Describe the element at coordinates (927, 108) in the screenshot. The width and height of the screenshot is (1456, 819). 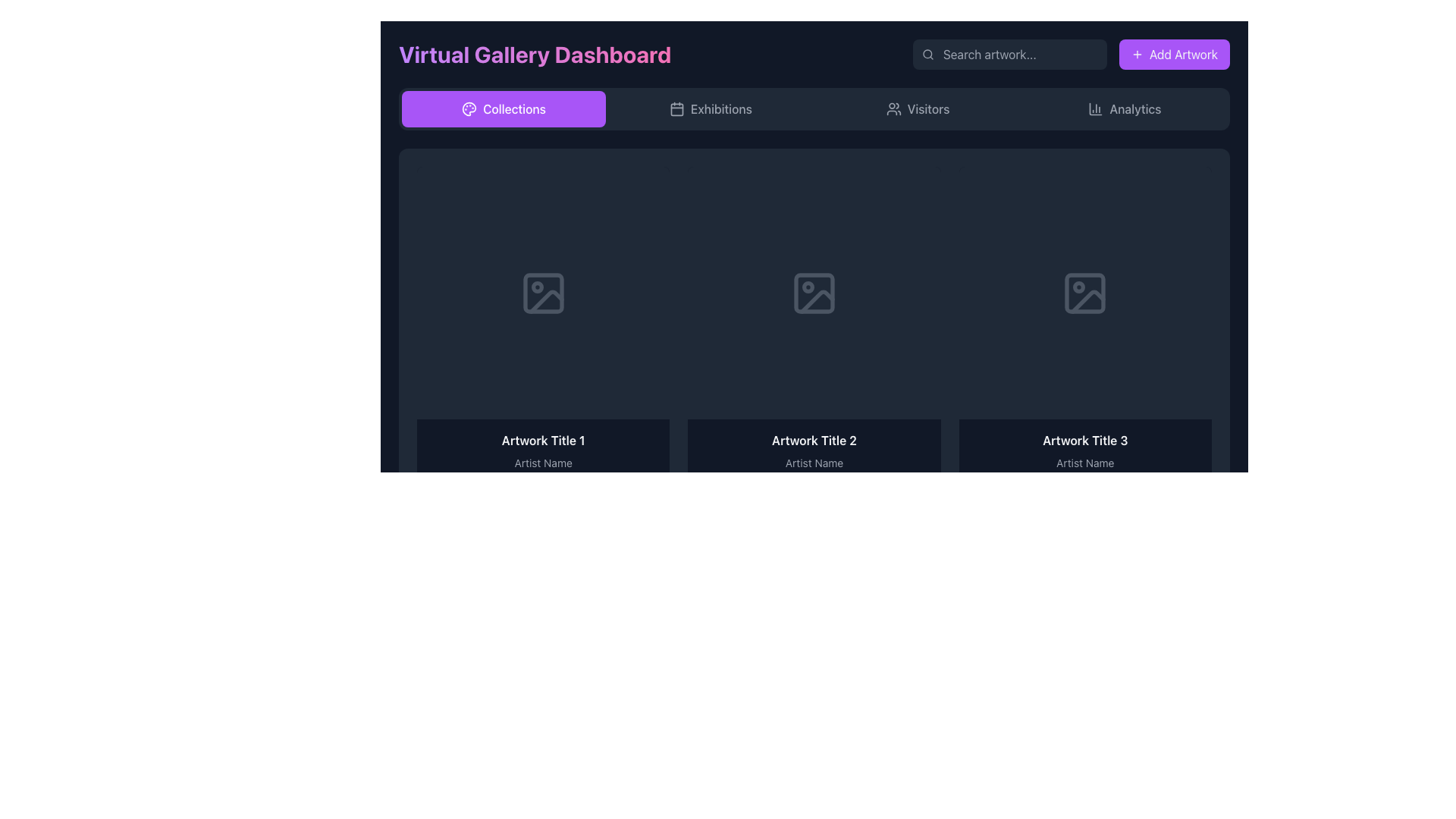
I see `the static text label displaying 'Visitors' in the header navigation bar, which is positioned between an icon of a group of people and the 'Analytics' navigation option` at that location.